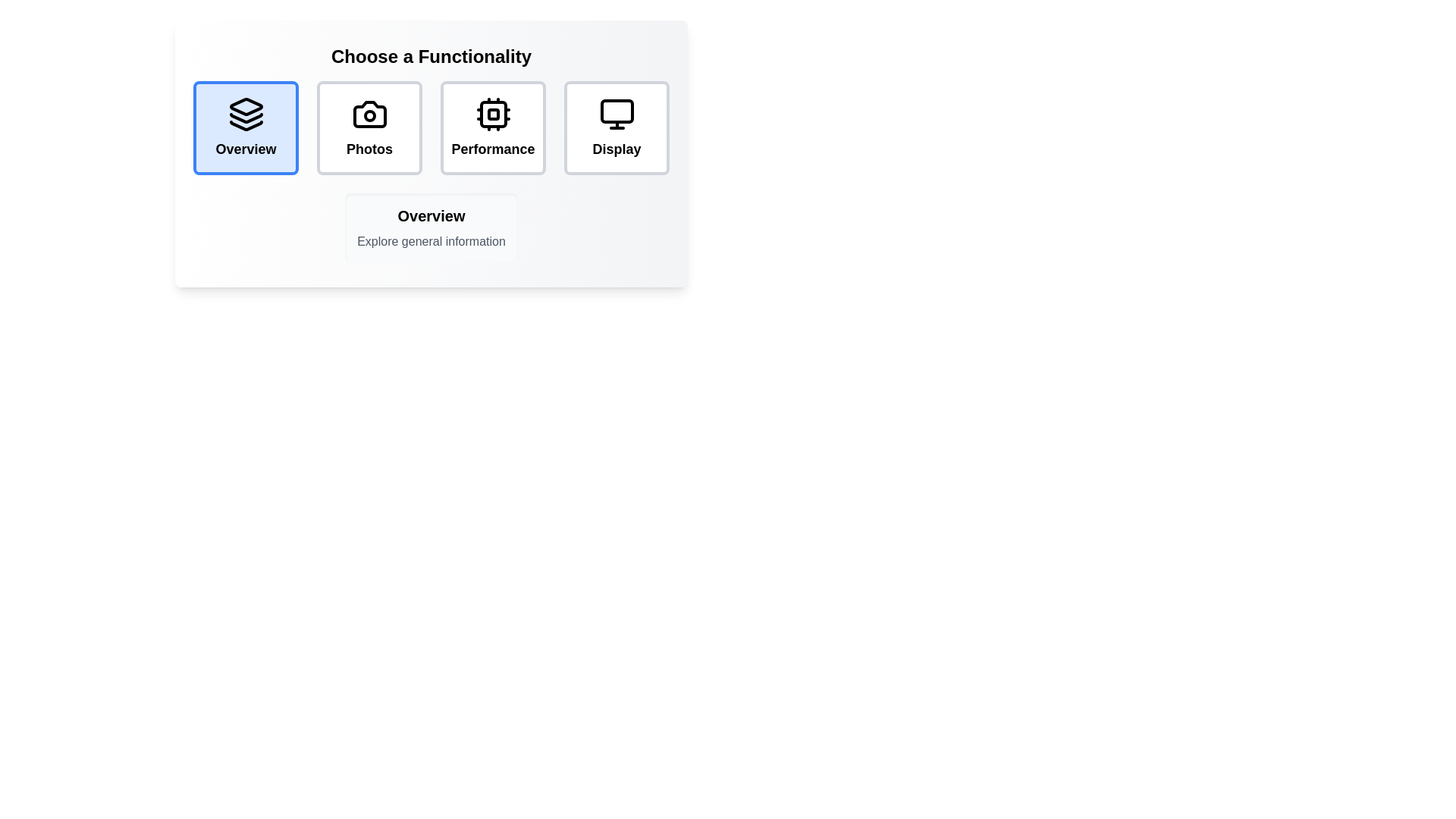 This screenshot has height=819, width=1456. What do you see at coordinates (246, 127) in the screenshot?
I see `the 'Overview' button, which is a light blue rectangular button with rounded corners, displaying an icon of stacked layers and the text 'Overview' below it` at bounding box center [246, 127].